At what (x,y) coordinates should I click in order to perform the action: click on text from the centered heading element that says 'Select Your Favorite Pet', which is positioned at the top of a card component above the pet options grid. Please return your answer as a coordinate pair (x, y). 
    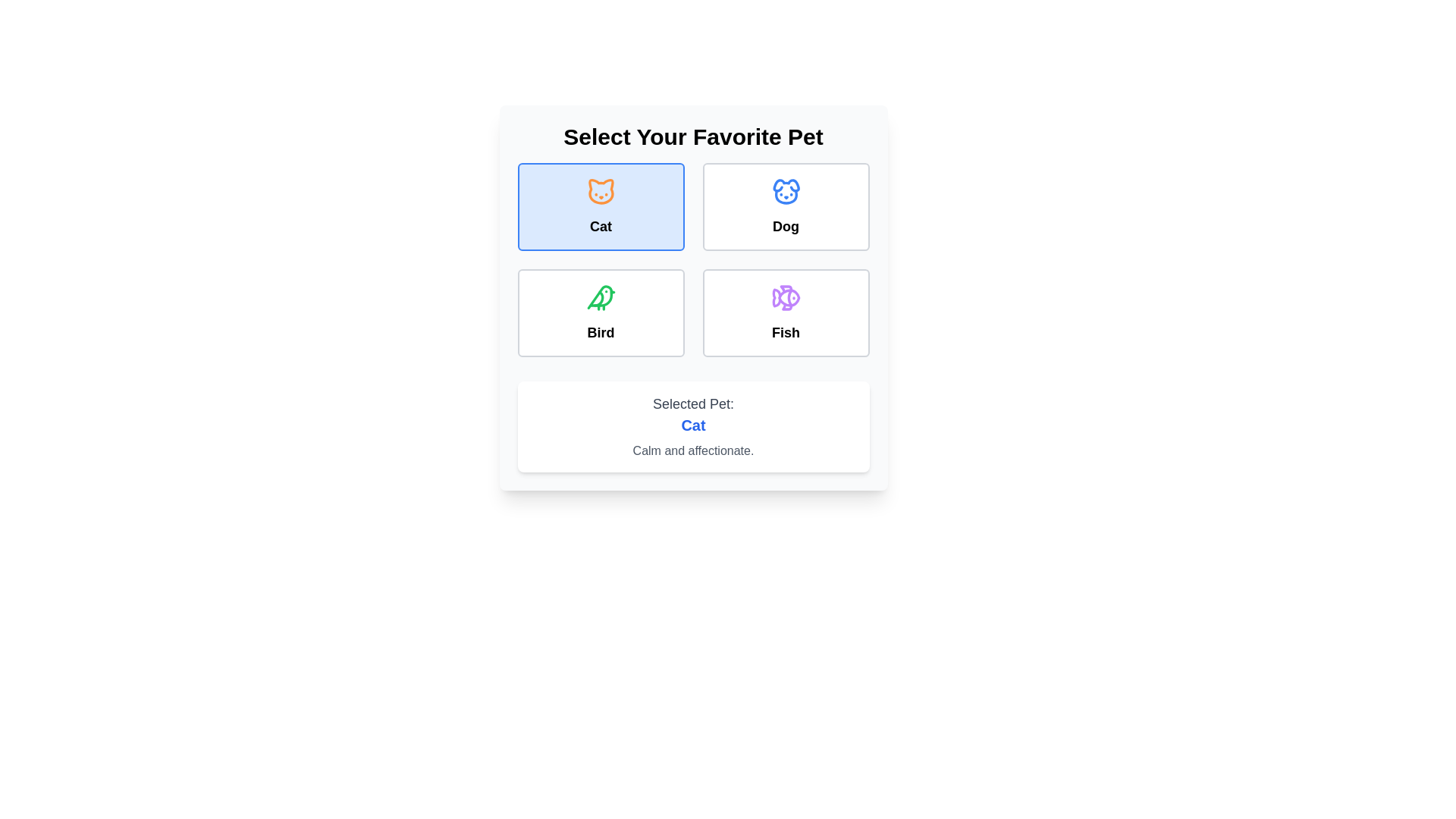
    Looking at the image, I should click on (692, 137).